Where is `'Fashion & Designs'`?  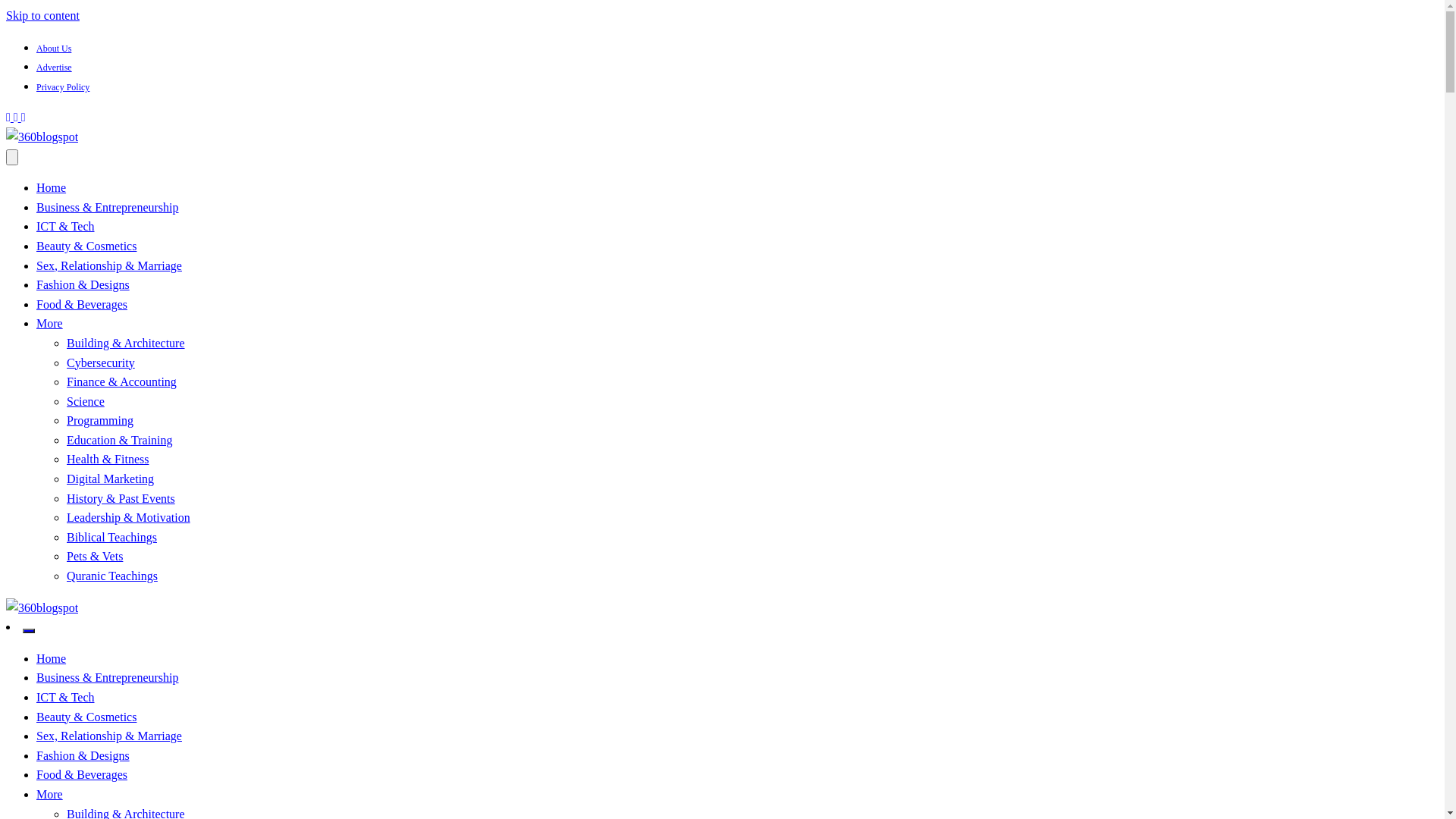
'Fashion & Designs' is located at coordinates (82, 755).